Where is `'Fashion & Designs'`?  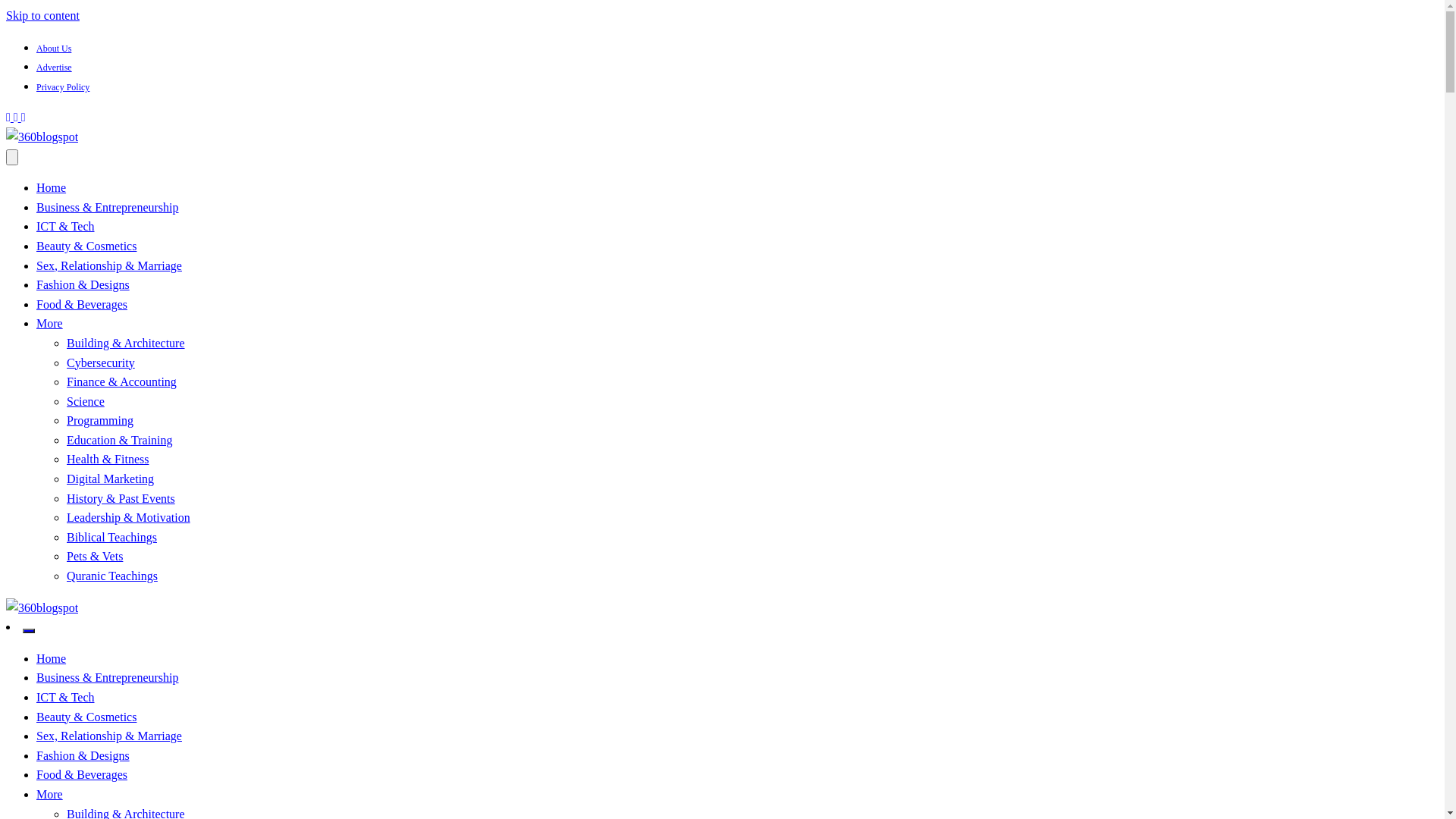
'Fashion & Designs' is located at coordinates (82, 755).